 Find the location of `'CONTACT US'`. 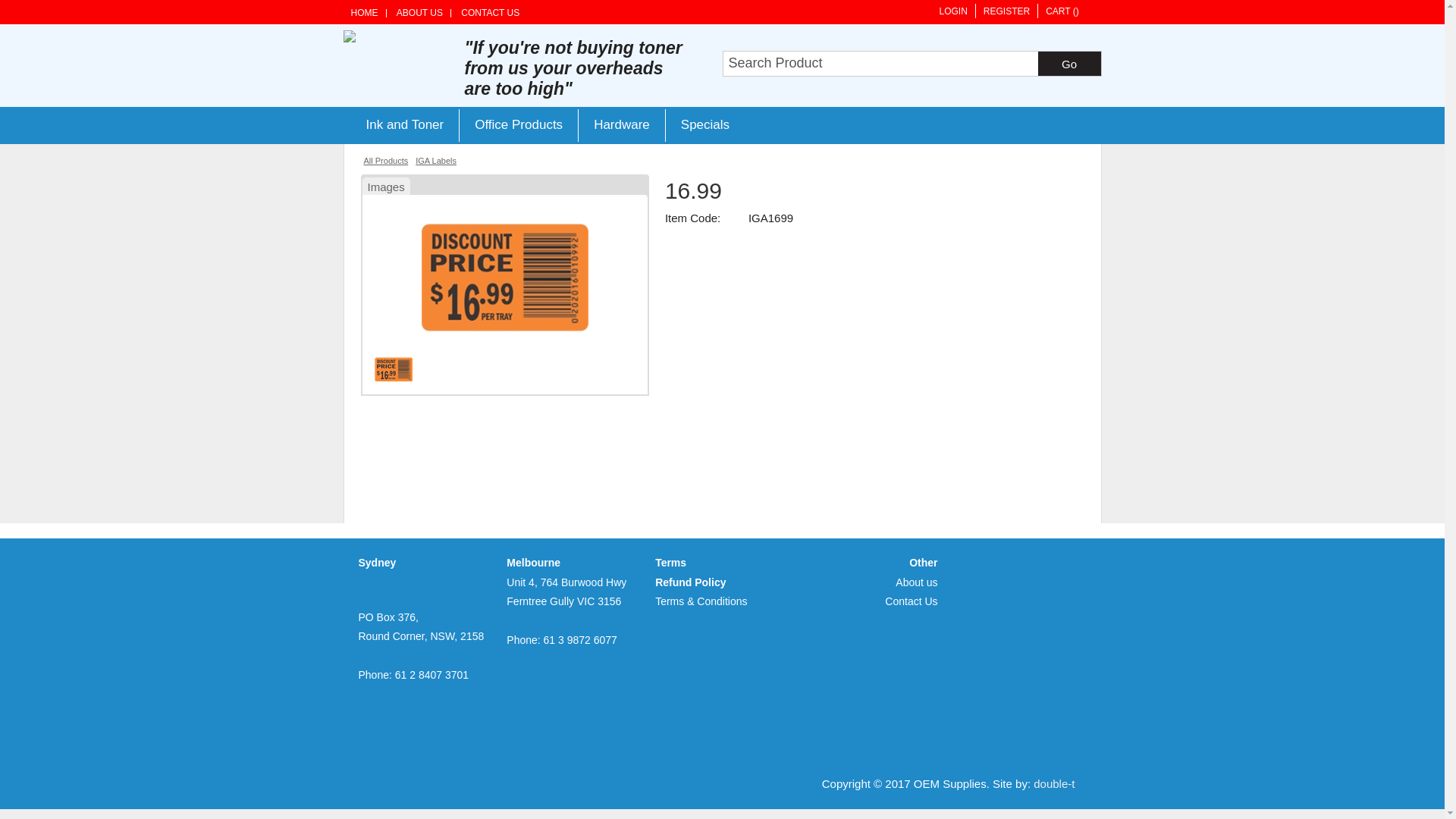

'CONTACT US' is located at coordinates (490, 13).